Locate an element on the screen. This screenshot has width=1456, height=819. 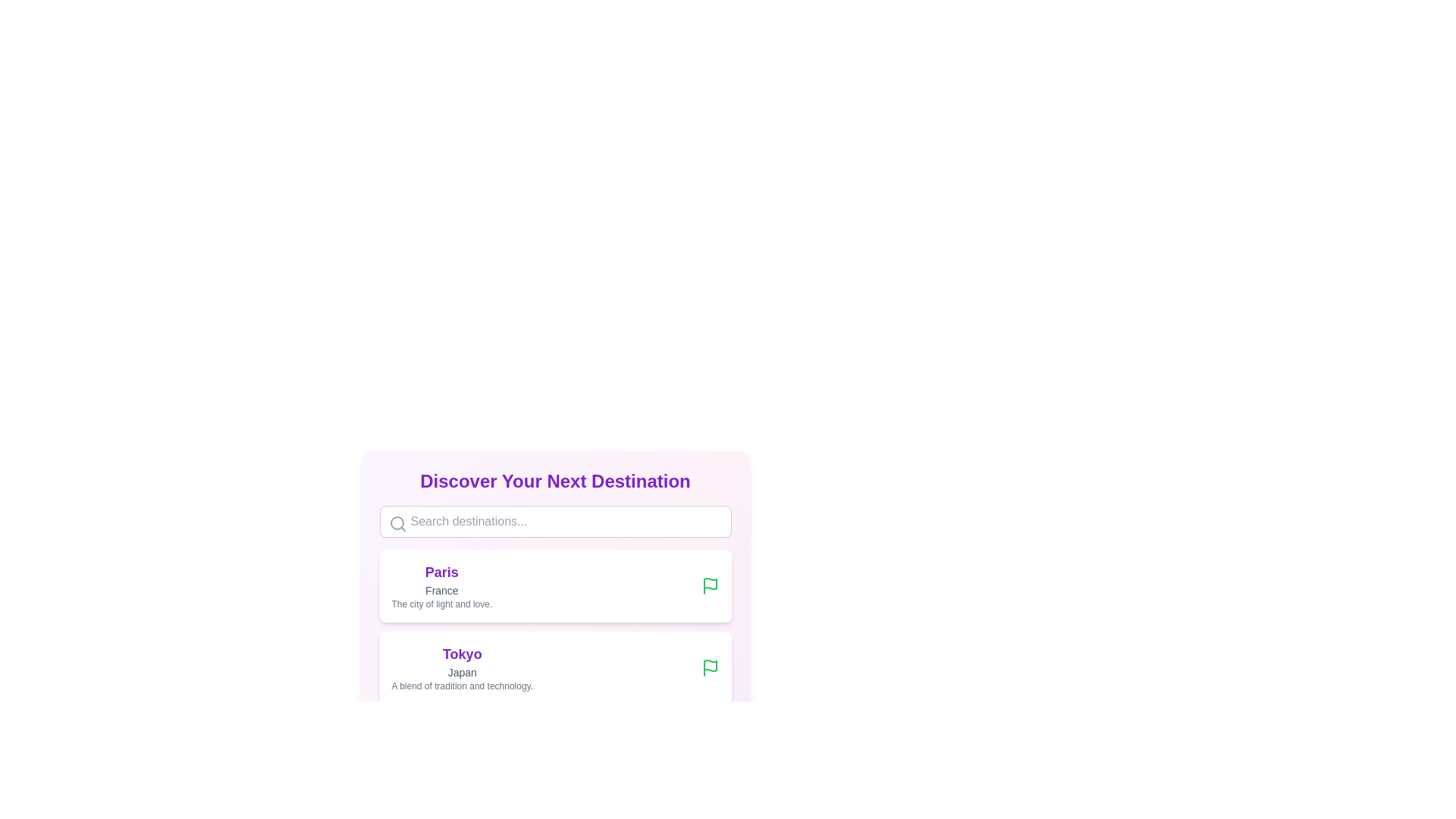
text label that serves as the title for the content describing the destination 'Tokyo' is located at coordinates (461, 654).